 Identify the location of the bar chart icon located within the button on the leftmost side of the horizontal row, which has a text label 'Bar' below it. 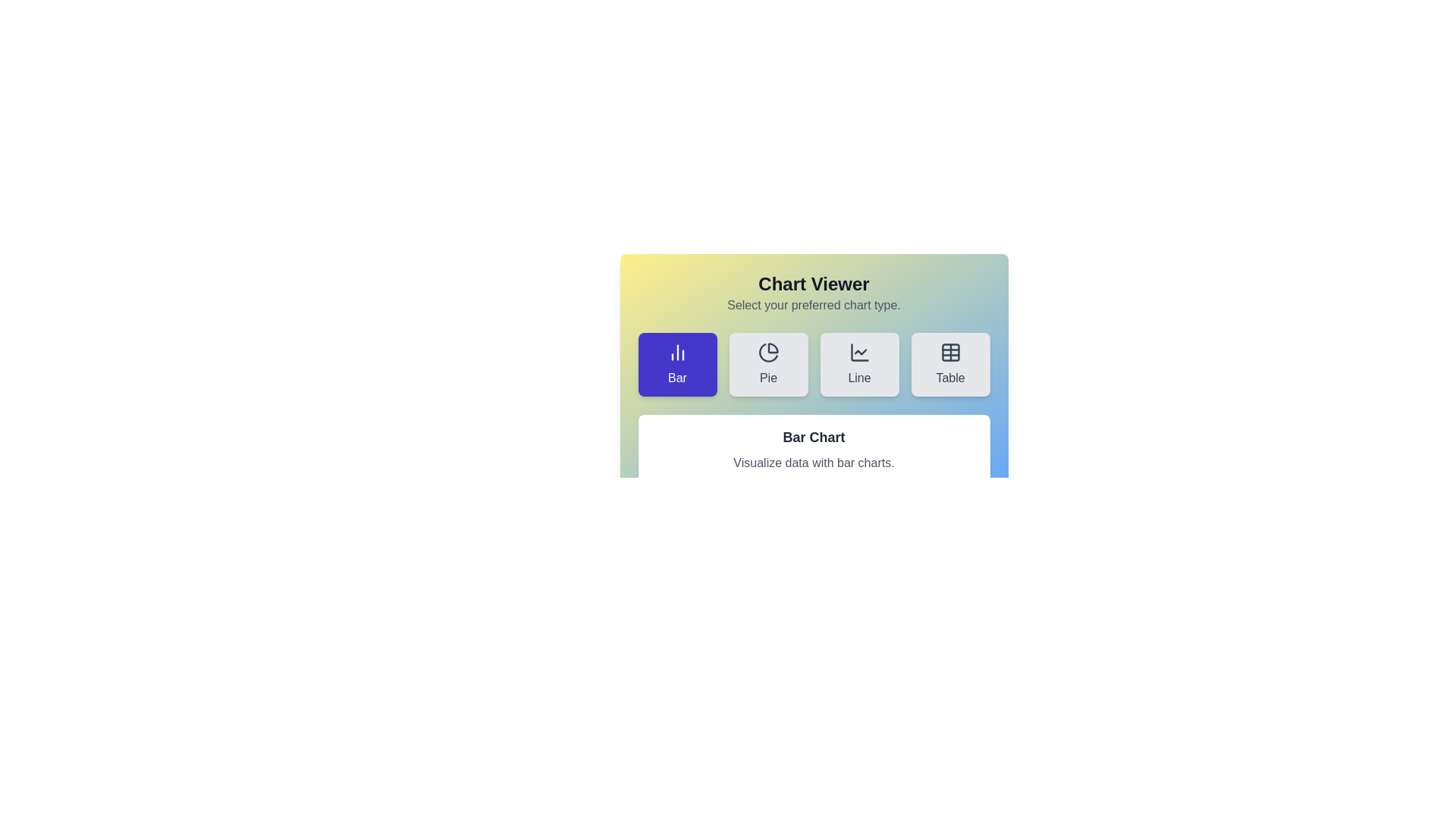
(676, 353).